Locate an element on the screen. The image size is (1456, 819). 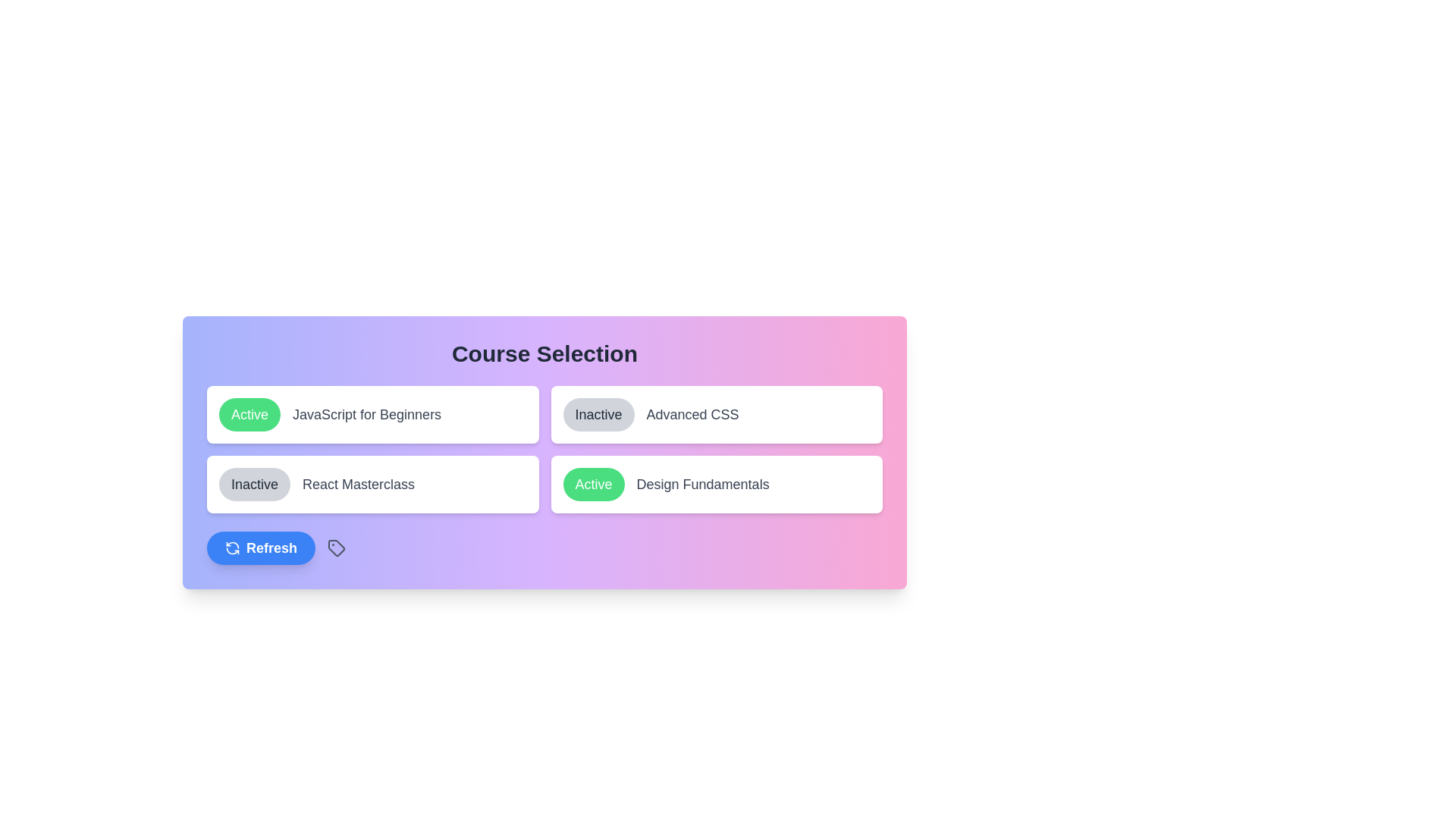
the text label that describes the course titled 'React Masterclass', which is positioned in the second list item of the course selection grid, aligned with the 'Inactive' button is located at coordinates (358, 485).